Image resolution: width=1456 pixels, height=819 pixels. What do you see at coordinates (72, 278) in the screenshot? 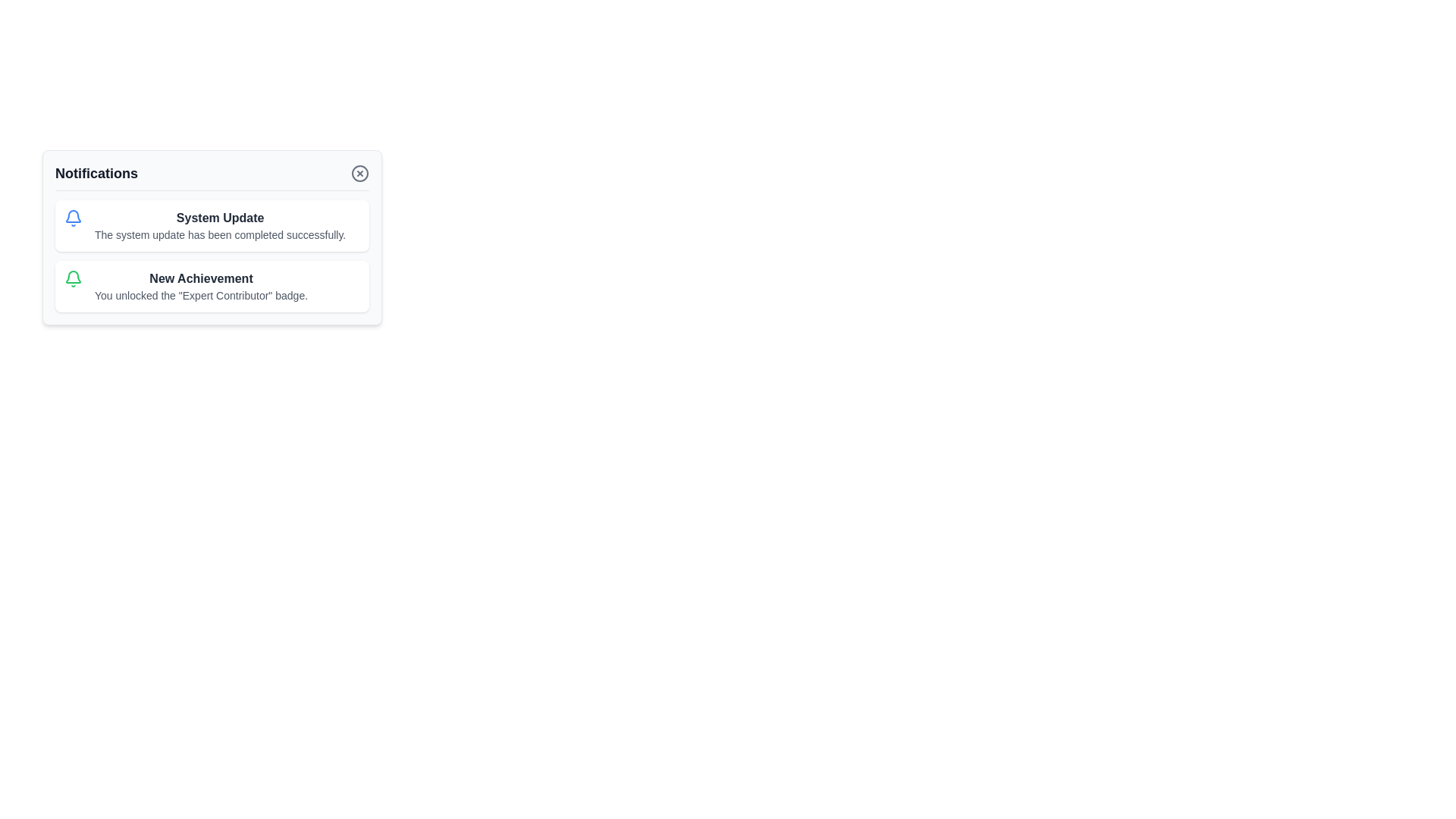
I see `the bell-shaped icon with a green outline located to the left of the 'New Achievement' text in the notification card` at bounding box center [72, 278].